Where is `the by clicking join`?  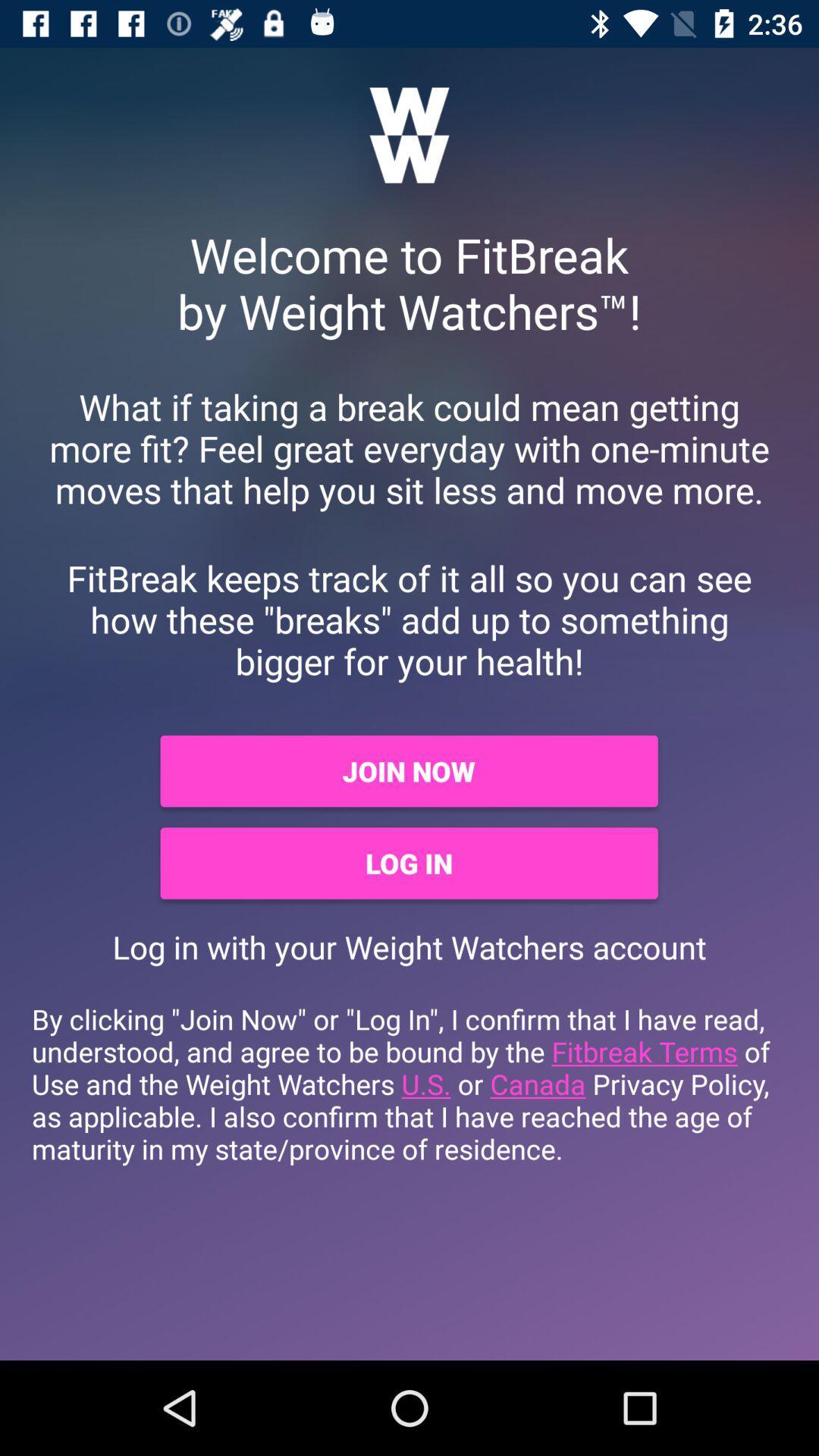 the by clicking join is located at coordinates (409, 1083).